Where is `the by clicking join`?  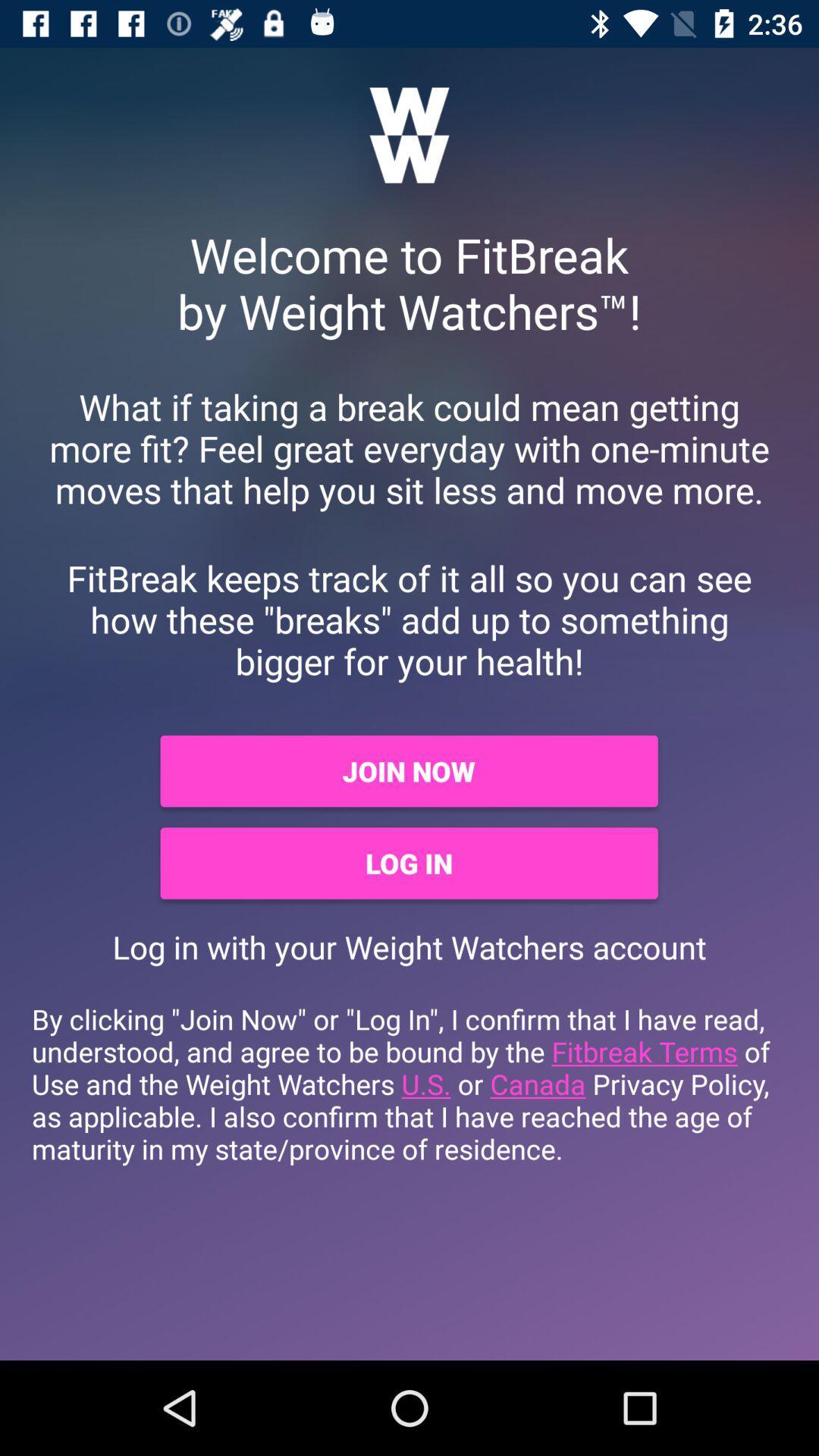 the by clicking join is located at coordinates (409, 1083).